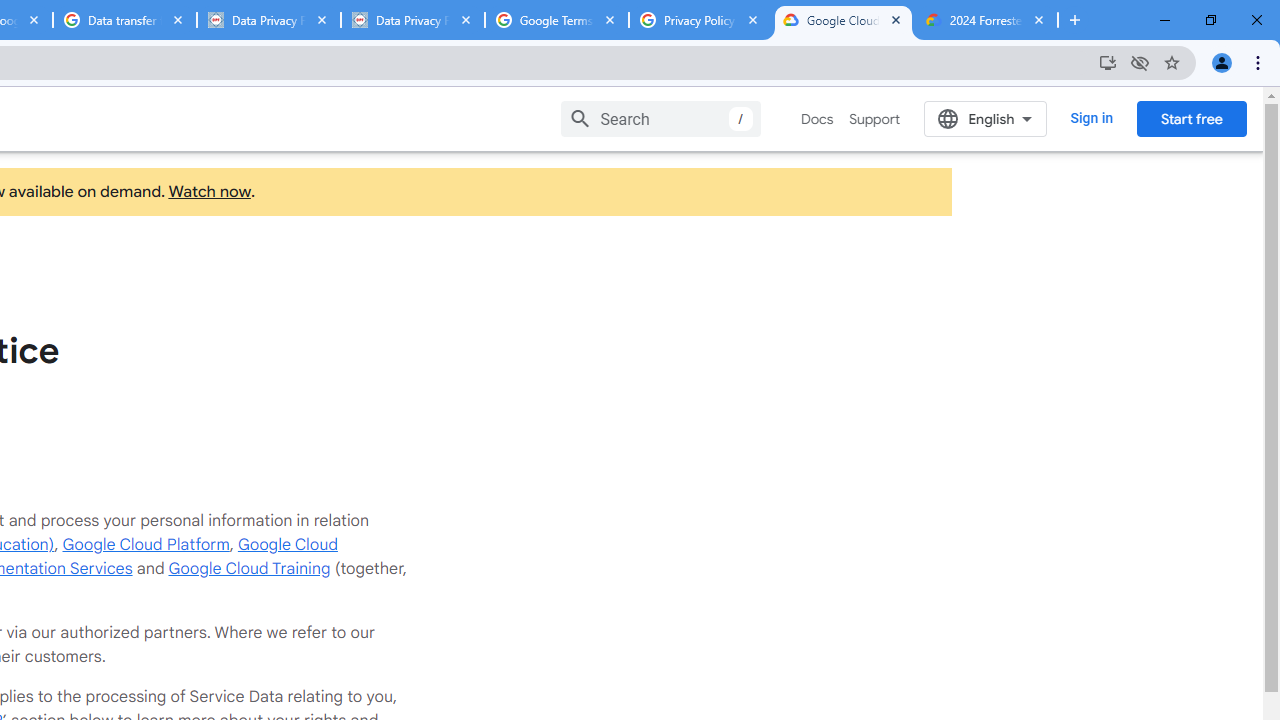 The image size is (1280, 720). I want to click on 'Google Cloud Training', so click(248, 568).